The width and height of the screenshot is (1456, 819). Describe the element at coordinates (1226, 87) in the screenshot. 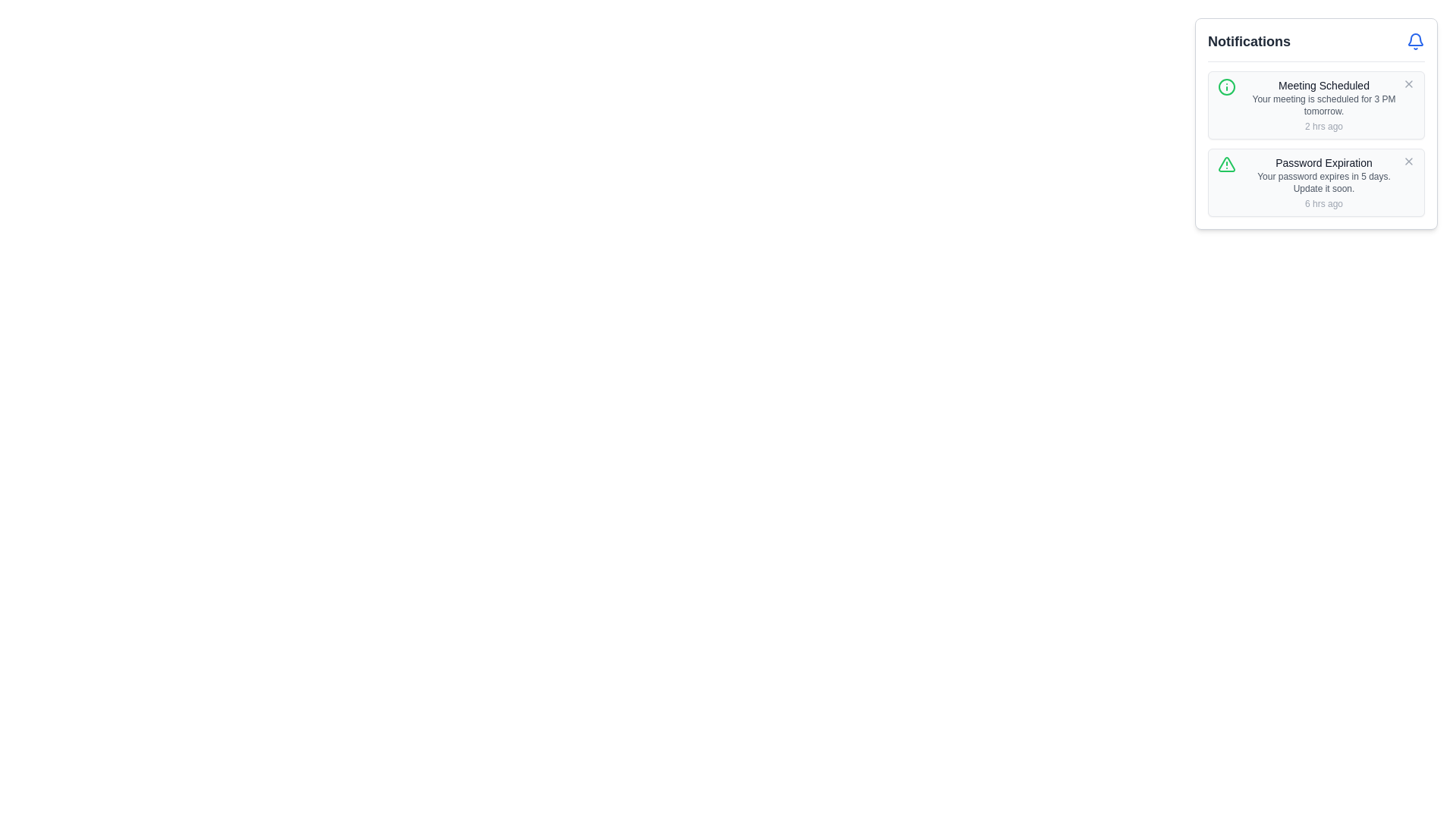

I see `the first icon on the left within the 'Meeting Scheduled' notification card` at that location.